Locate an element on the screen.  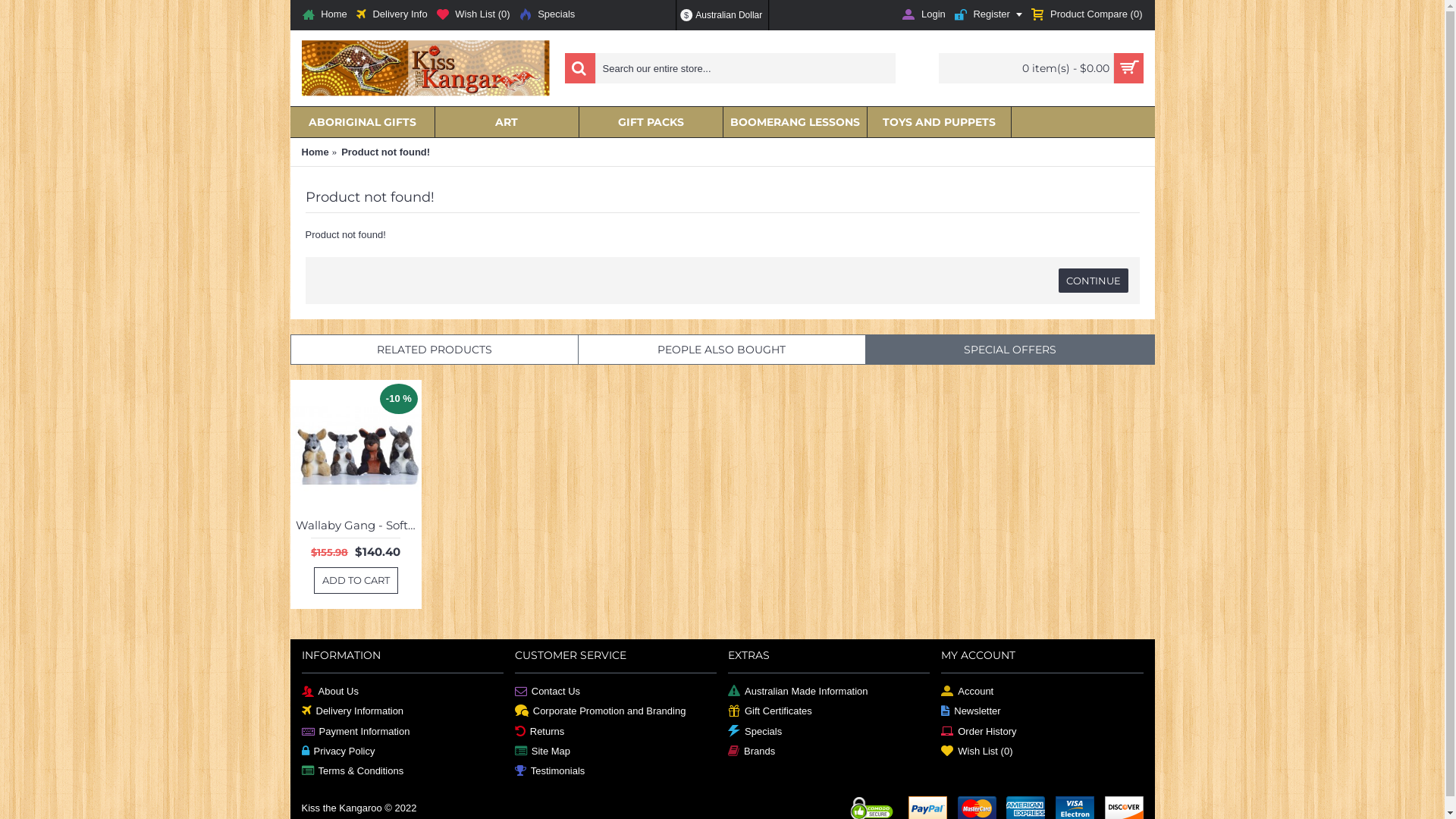
'Terms & Conditions' is located at coordinates (403, 771).